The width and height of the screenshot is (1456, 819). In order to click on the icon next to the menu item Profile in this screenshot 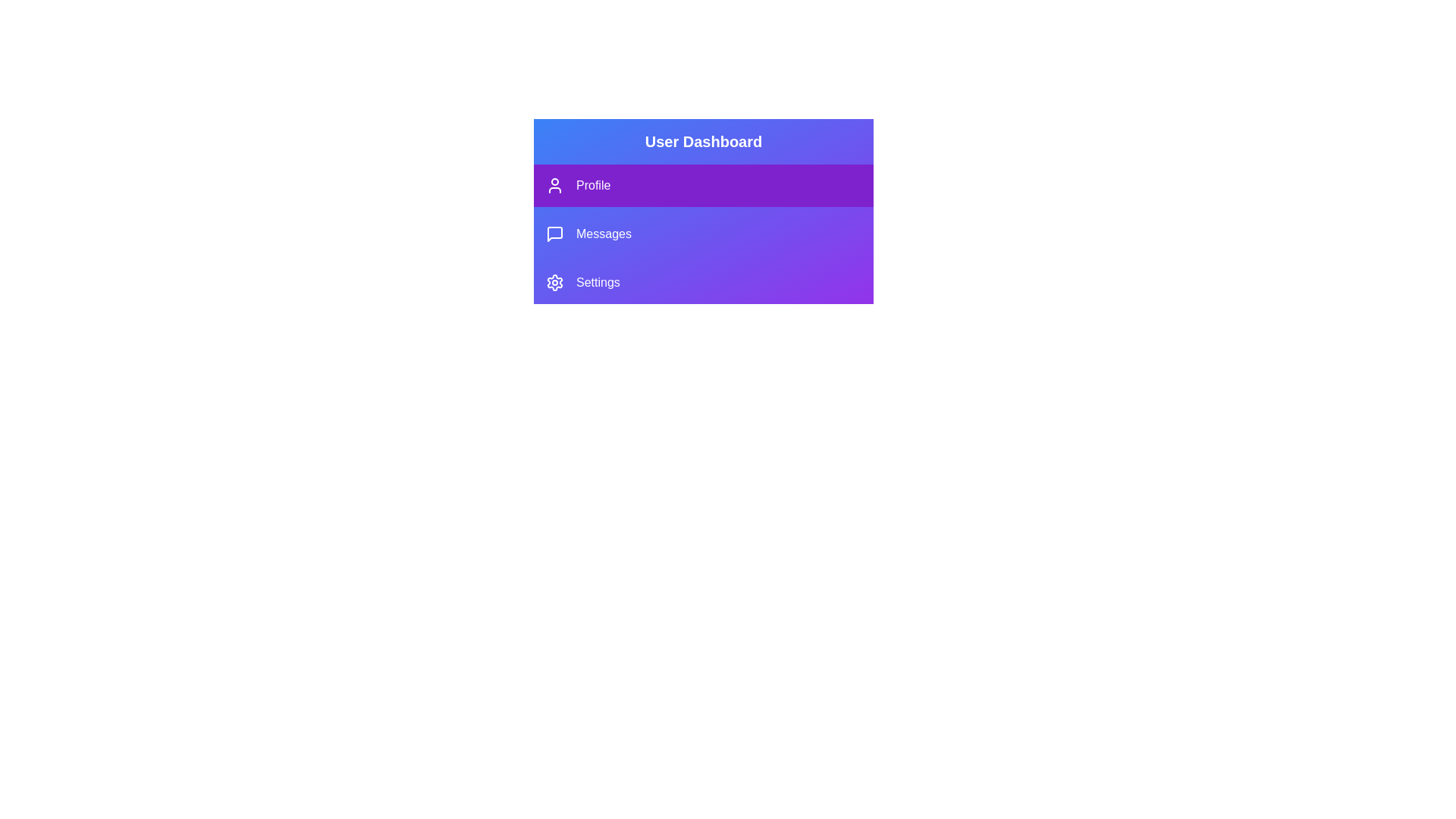, I will do `click(554, 185)`.